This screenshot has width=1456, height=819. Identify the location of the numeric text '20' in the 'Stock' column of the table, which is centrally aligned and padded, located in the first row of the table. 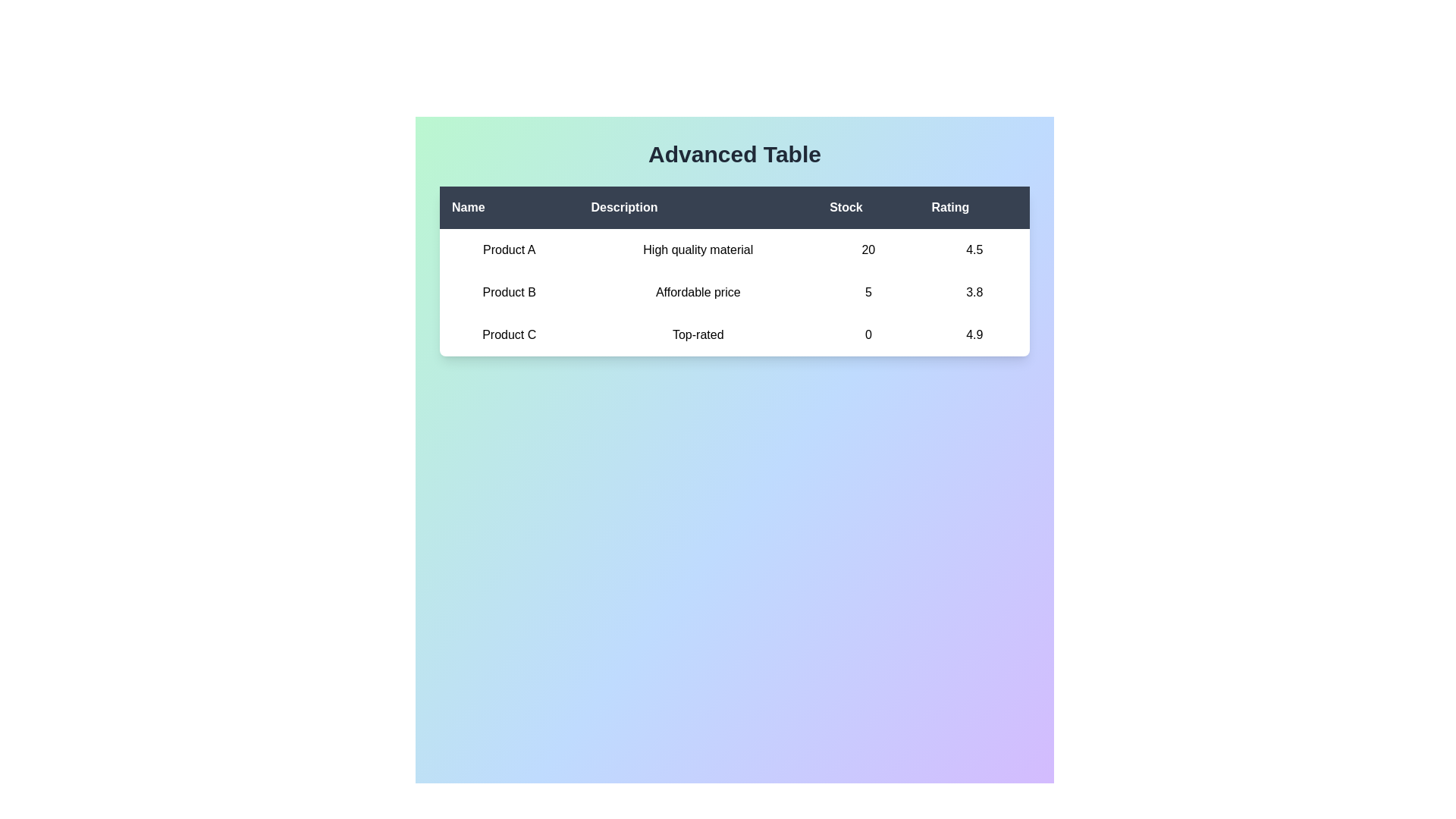
(868, 249).